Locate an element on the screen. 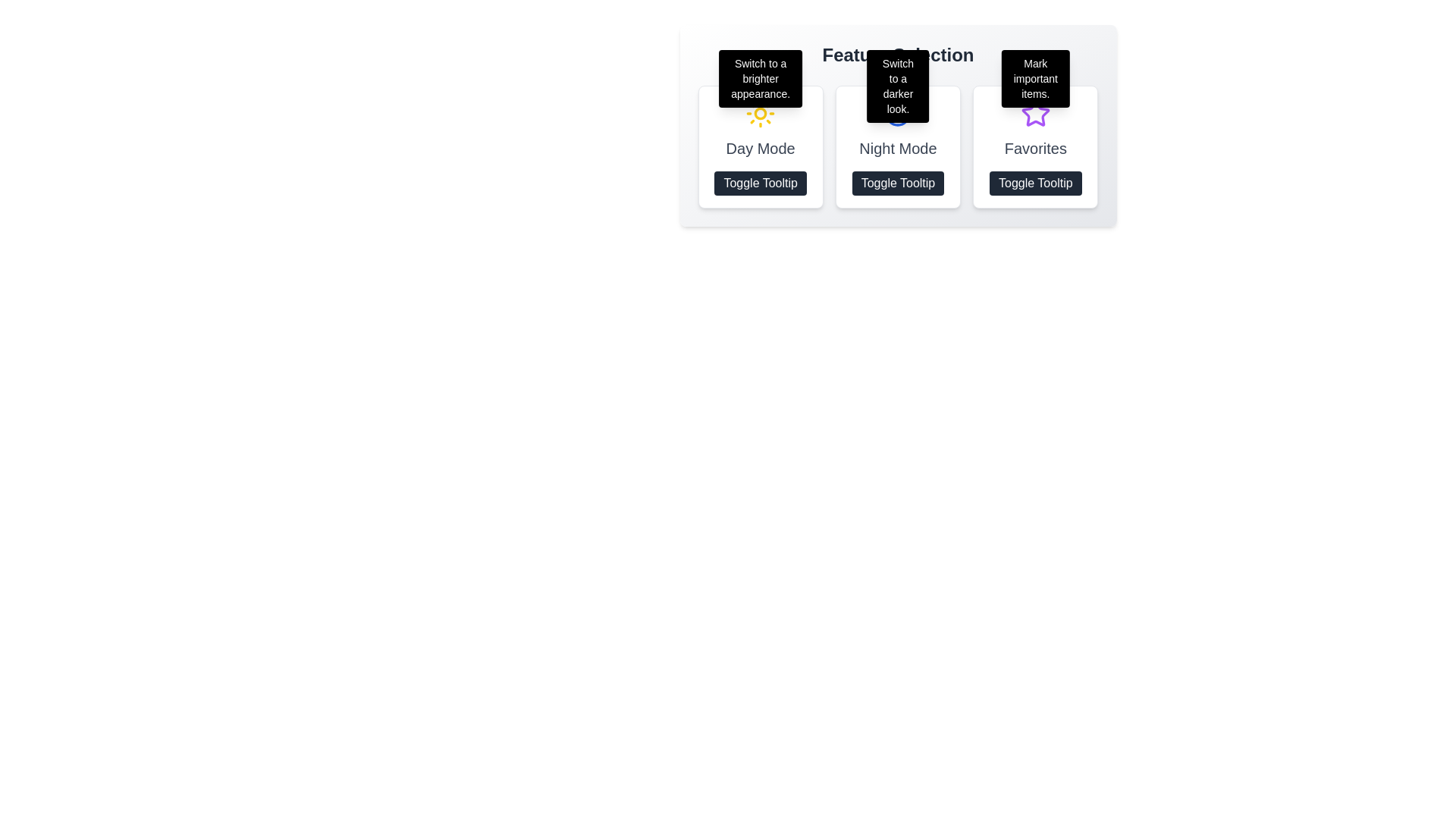 The image size is (1456, 819). the star icon with a purple outline located at the top center of the 'Favorites' card is located at coordinates (1034, 113).